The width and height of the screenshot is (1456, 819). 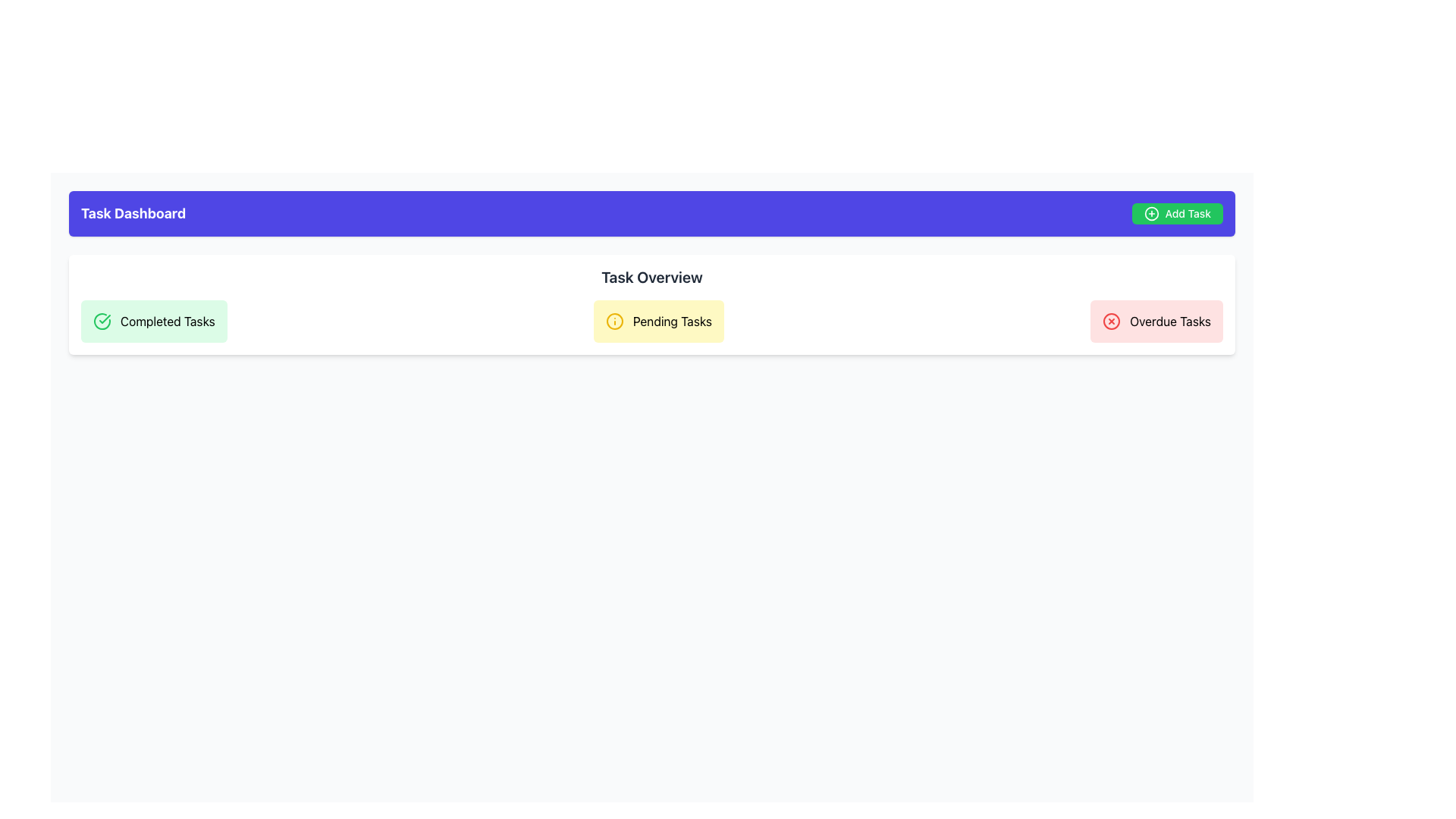 I want to click on the 'Overdue Tasks' text label, which is styled with a bold font against a light red background, so click(x=1169, y=321).